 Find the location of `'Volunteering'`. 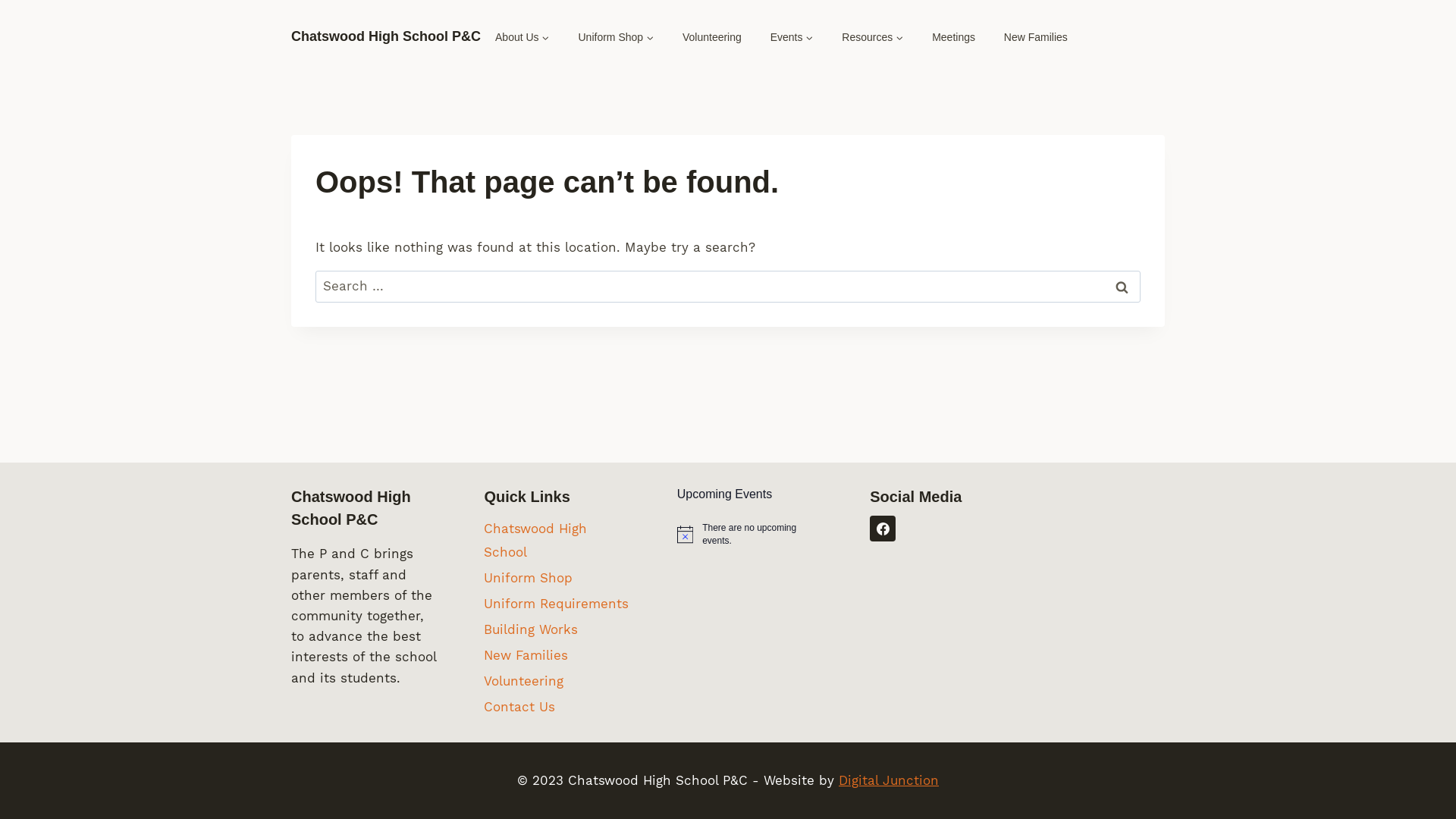

'Volunteering' is located at coordinates (711, 36).